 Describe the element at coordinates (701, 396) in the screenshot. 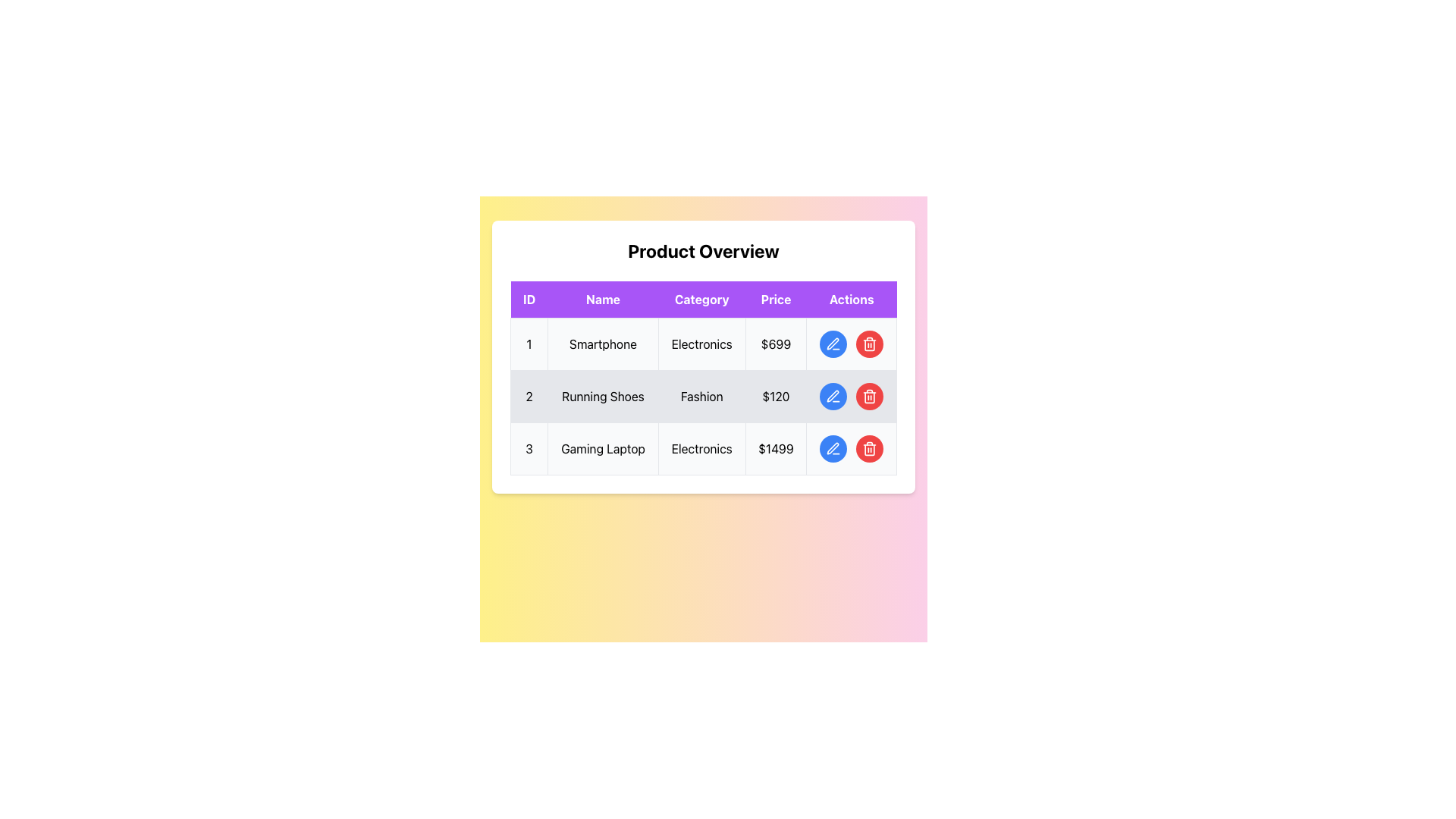

I see `the Text Cell containing the text 'Fashion', which is the third cell in the second row of the table under the 'Category' column` at that location.